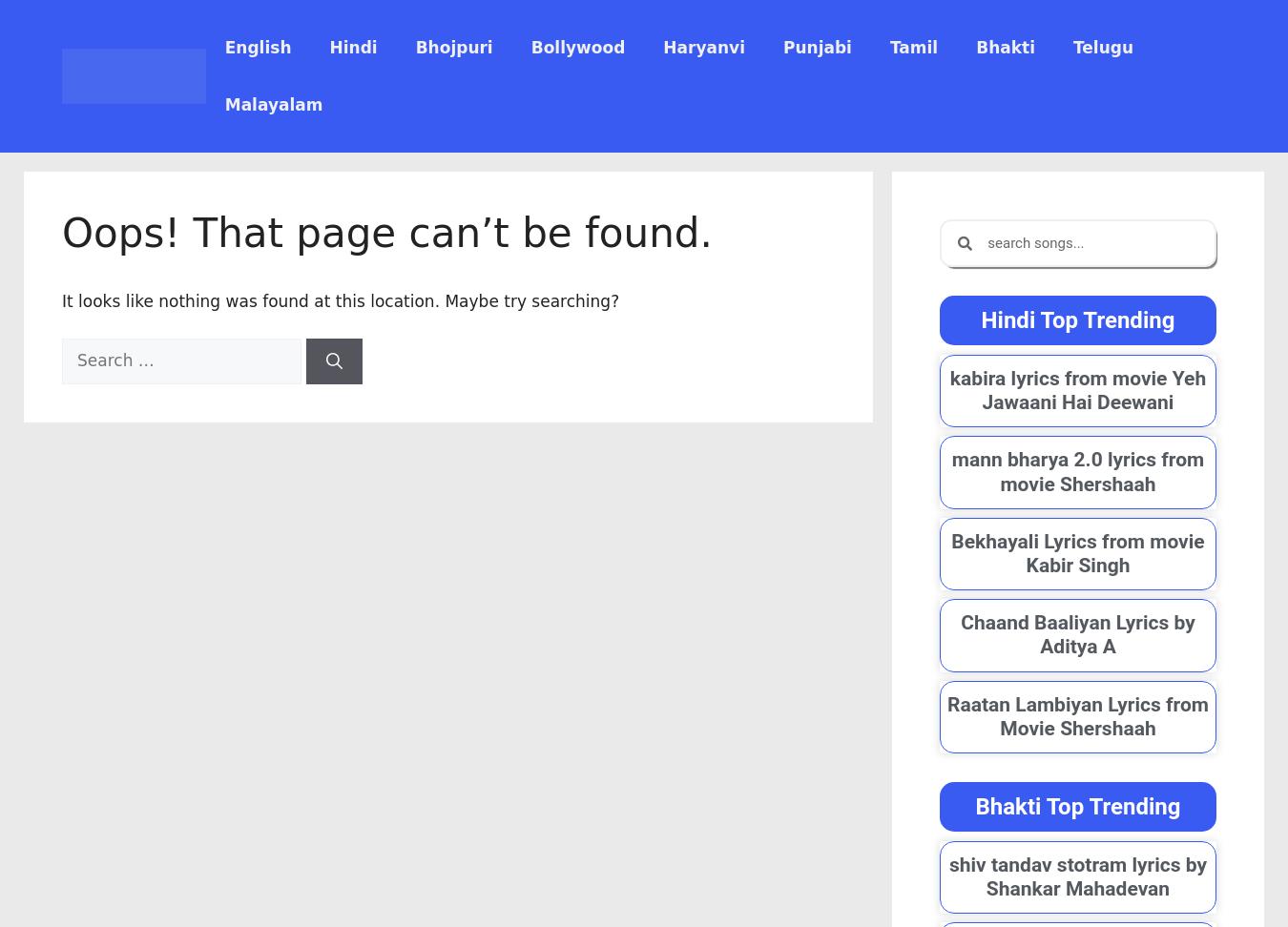 The image size is (1288, 927). Describe the element at coordinates (223, 47) in the screenshot. I see `'English'` at that location.